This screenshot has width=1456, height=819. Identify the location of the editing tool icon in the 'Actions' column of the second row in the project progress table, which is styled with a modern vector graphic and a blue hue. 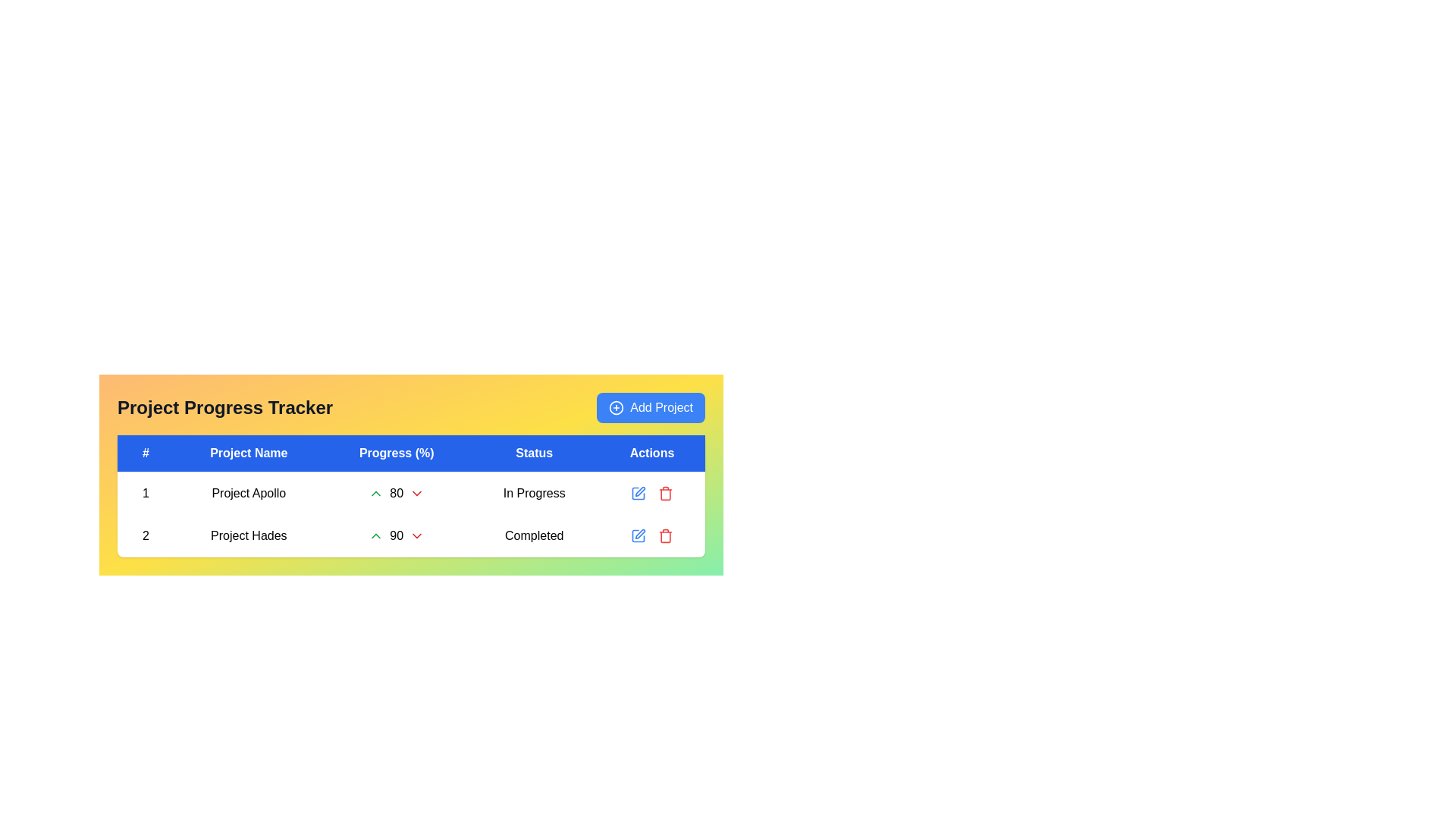
(638, 535).